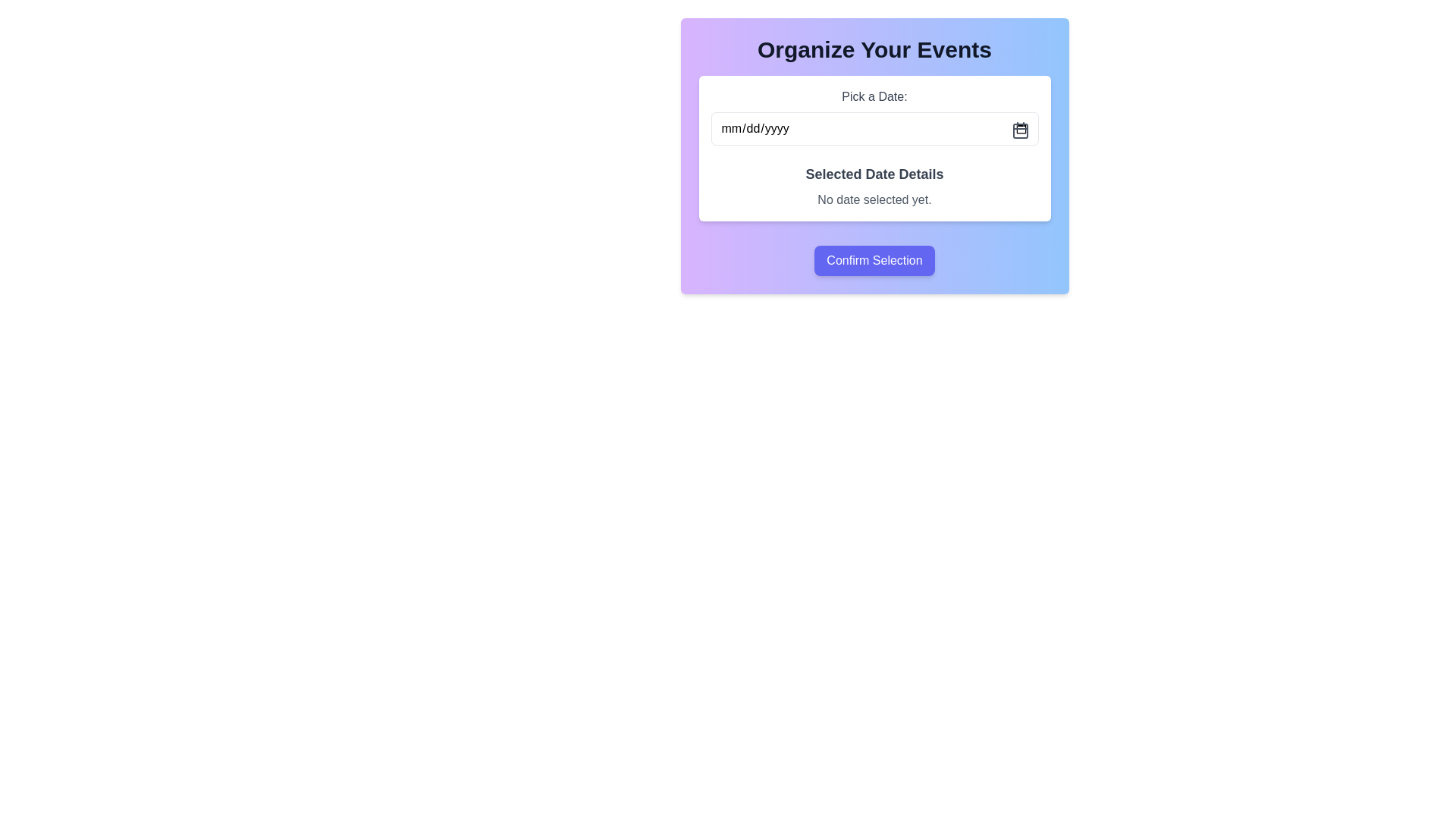  Describe the element at coordinates (874, 186) in the screenshot. I see `the Text display component that shows the status of the selected date, located within the content card between the 'Pick a Date:' input field and the 'Confirm Selection' button` at that location.